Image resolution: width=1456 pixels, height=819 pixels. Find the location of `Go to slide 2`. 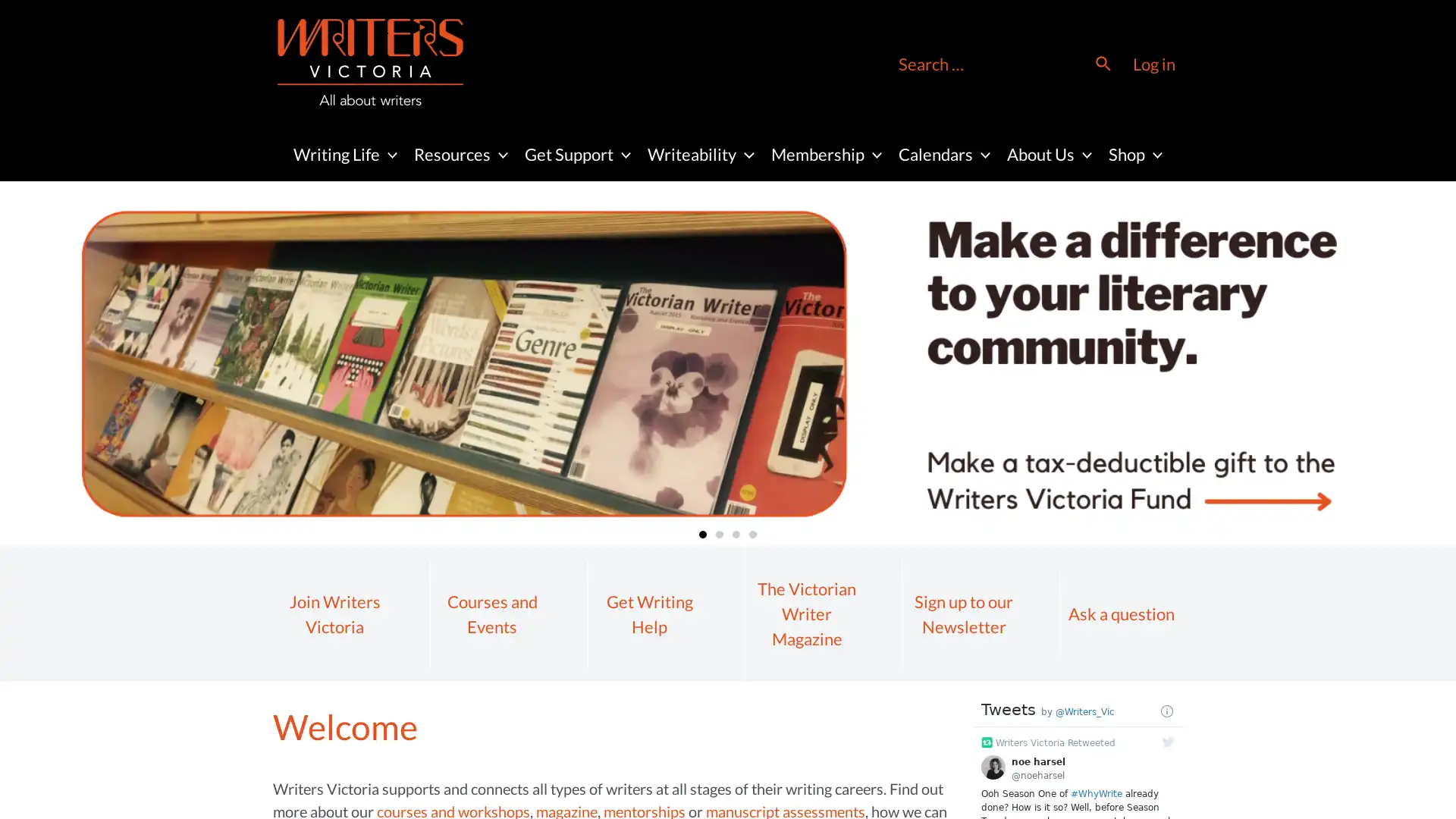

Go to slide 2 is located at coordinates (719, 533).